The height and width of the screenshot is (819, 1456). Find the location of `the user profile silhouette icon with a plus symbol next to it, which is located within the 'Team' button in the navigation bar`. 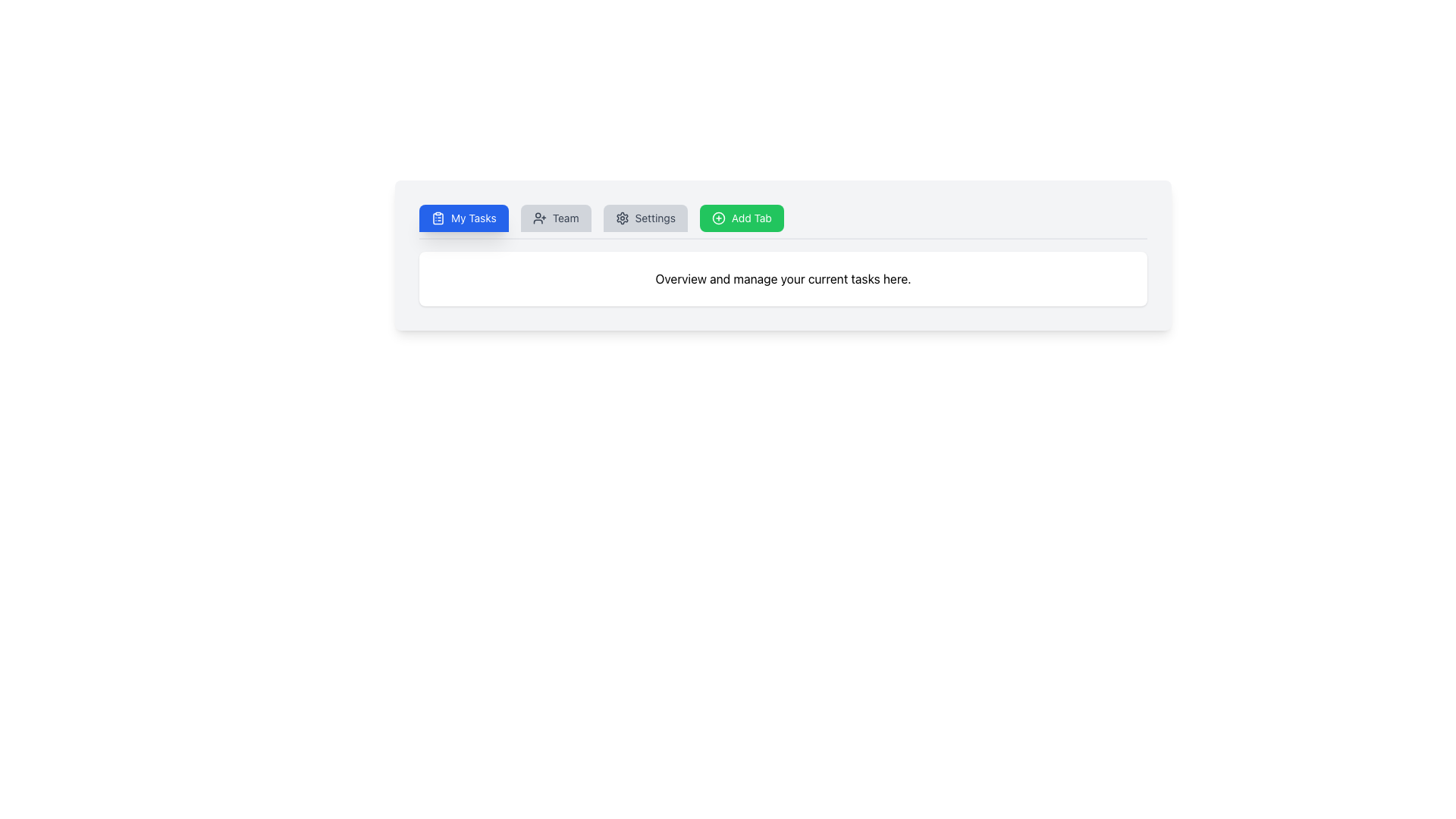

the user profile silhouette icon with a plus symbol next to it, which is located within the 'Team' button in the navigation bar is located at coordinates (539, 218).